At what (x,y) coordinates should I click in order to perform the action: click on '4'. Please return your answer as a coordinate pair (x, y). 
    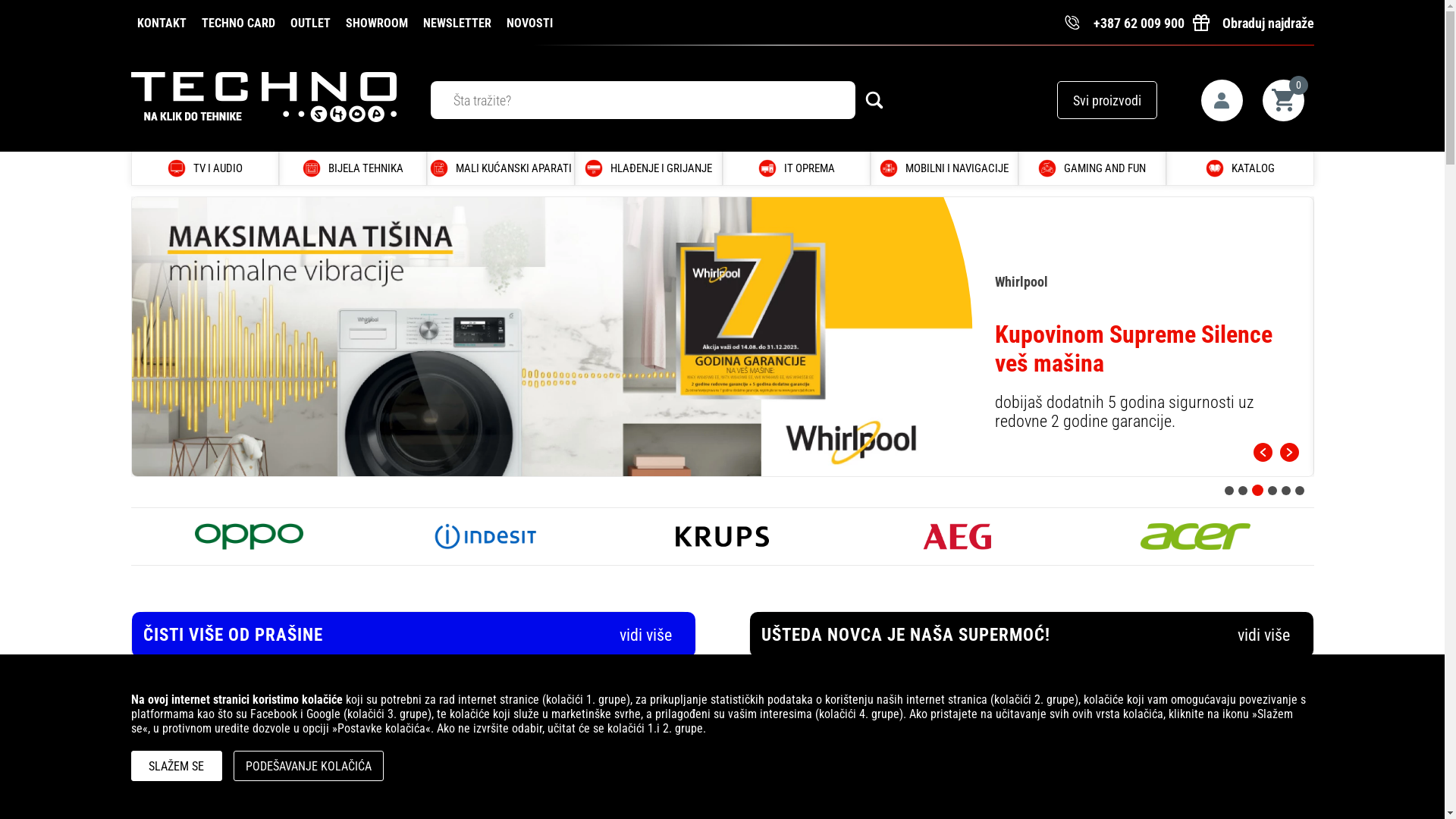
    Looking at the image, I should click on (1272, 489).